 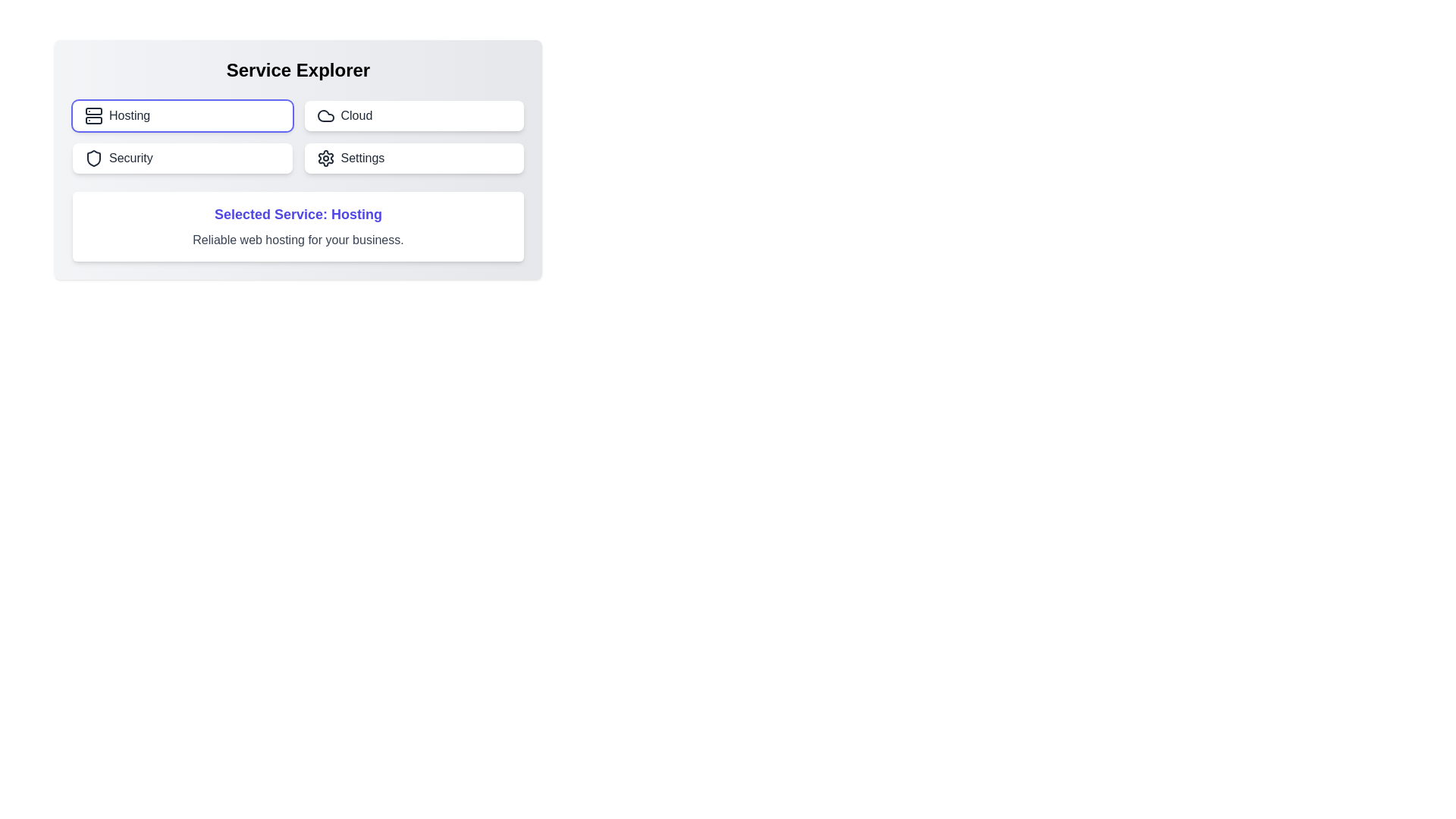 I want to click on the 'Settings' text label, which is the fourth button in a horizontal row of selectable buttons, visually distinguished by a cogwheel icon, located in the top-right of the row, so click(x=362, y=158).